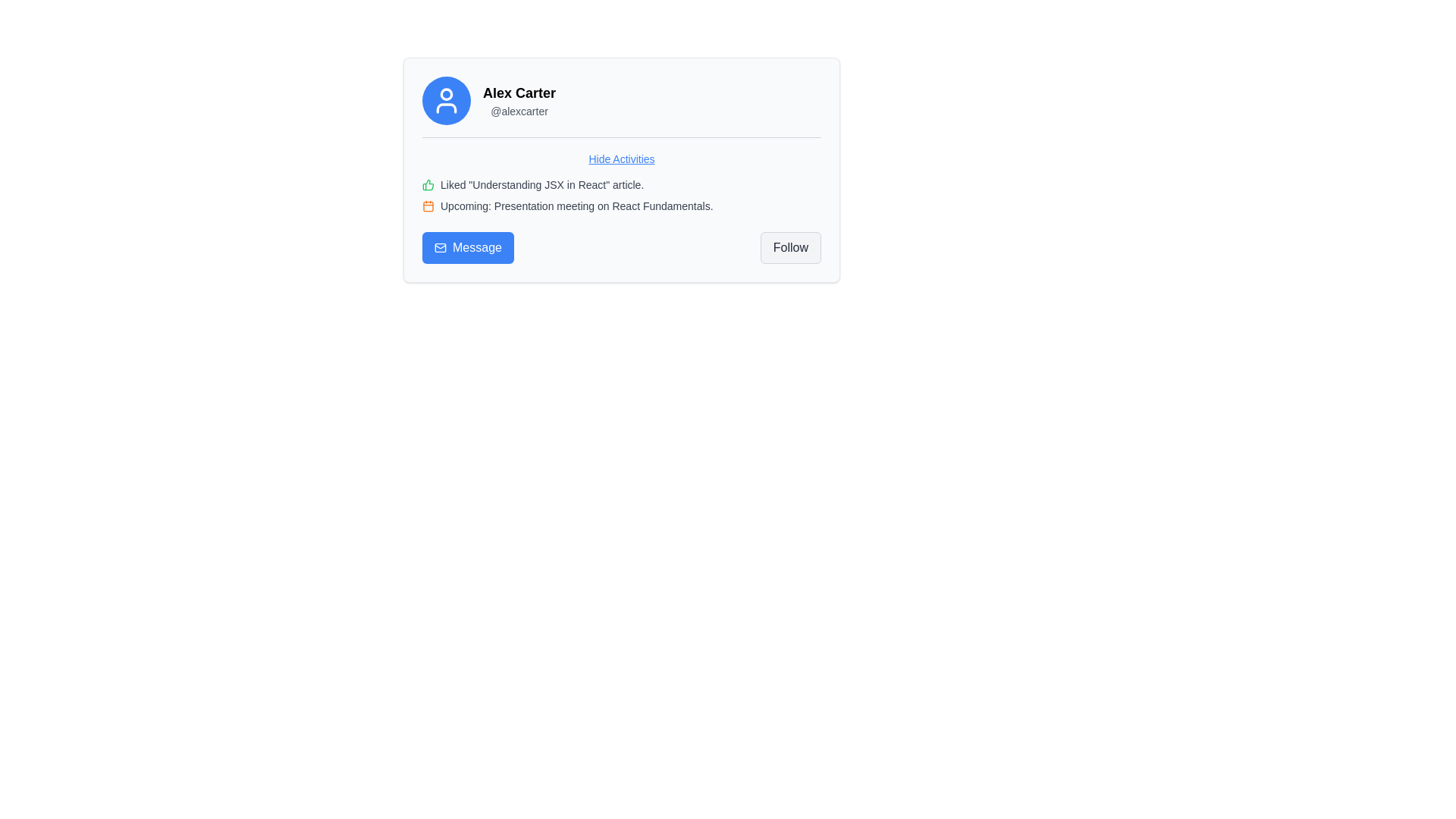 Image resolution: width=1456 pixels, height=819 pixels. Describe the element at coordinates (519, 100) in the screenshot. I see `text content of the styled username and handle text block, which is positioned centrally at the top of a card-like layout, directly to the right of a user icon` at that location.